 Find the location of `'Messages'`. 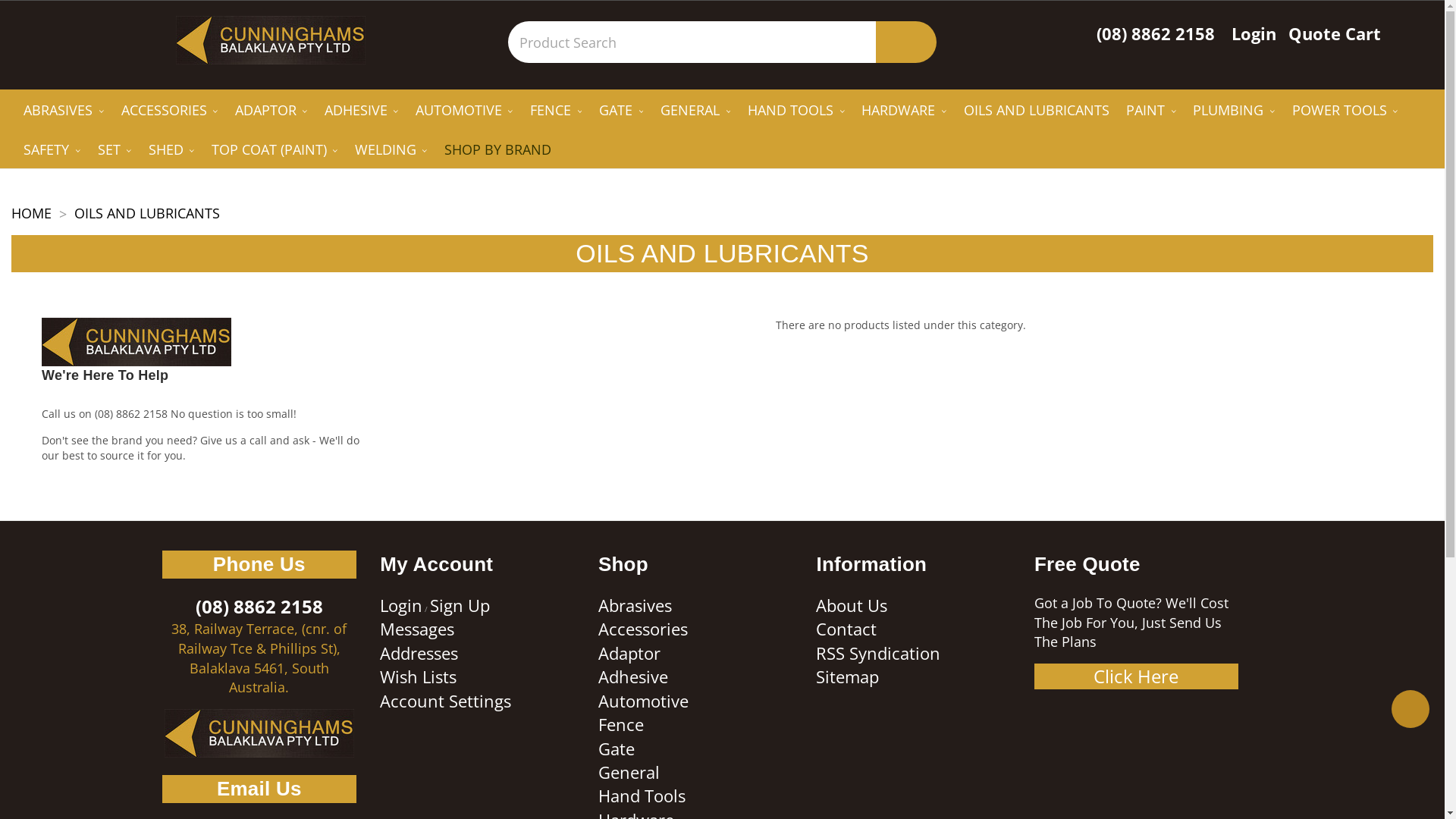

'Messages' is located at coordinates (379, 629).